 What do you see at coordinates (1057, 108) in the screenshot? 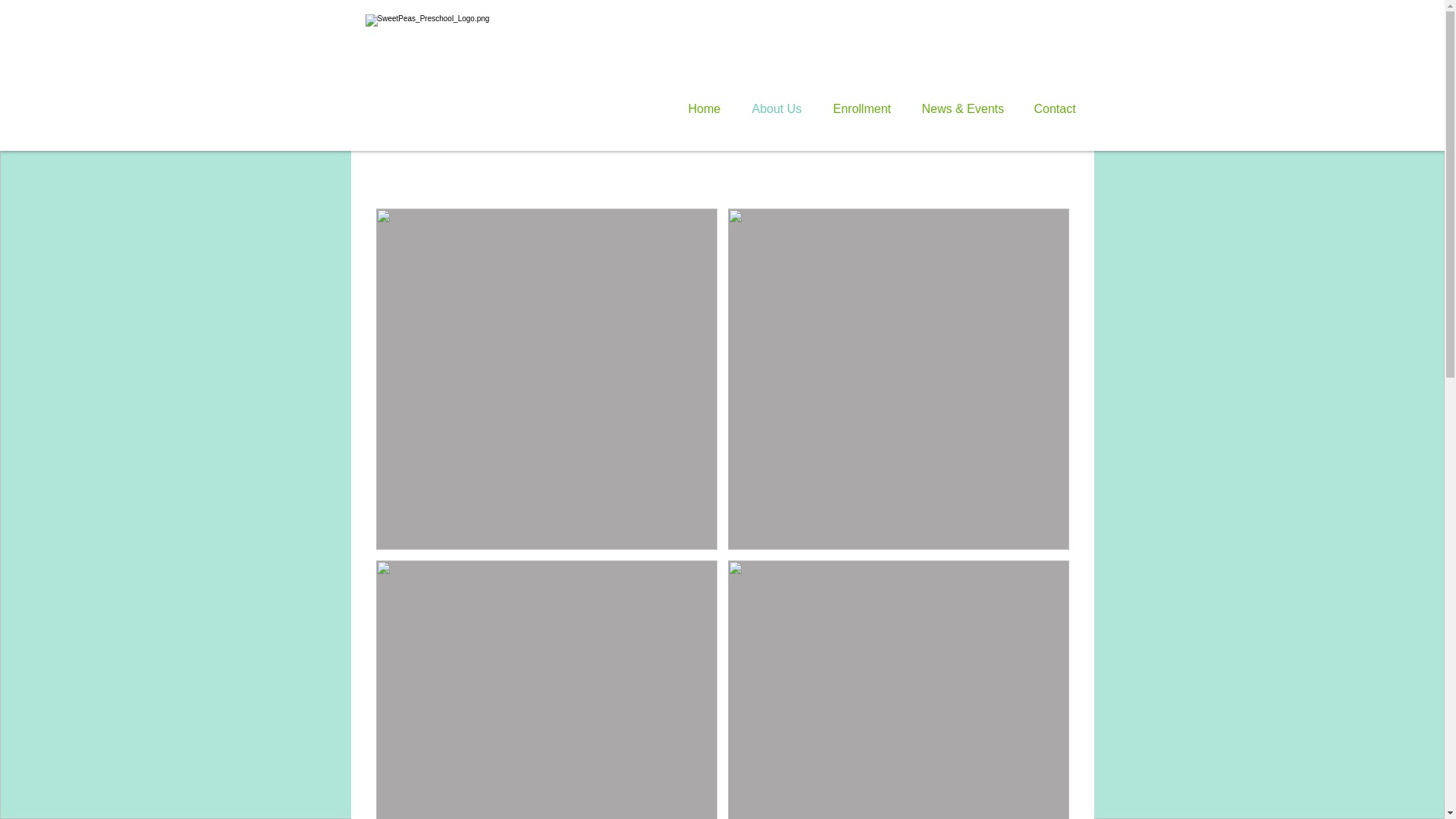
I see `'Contact'` at bounding box center [1057, 108].